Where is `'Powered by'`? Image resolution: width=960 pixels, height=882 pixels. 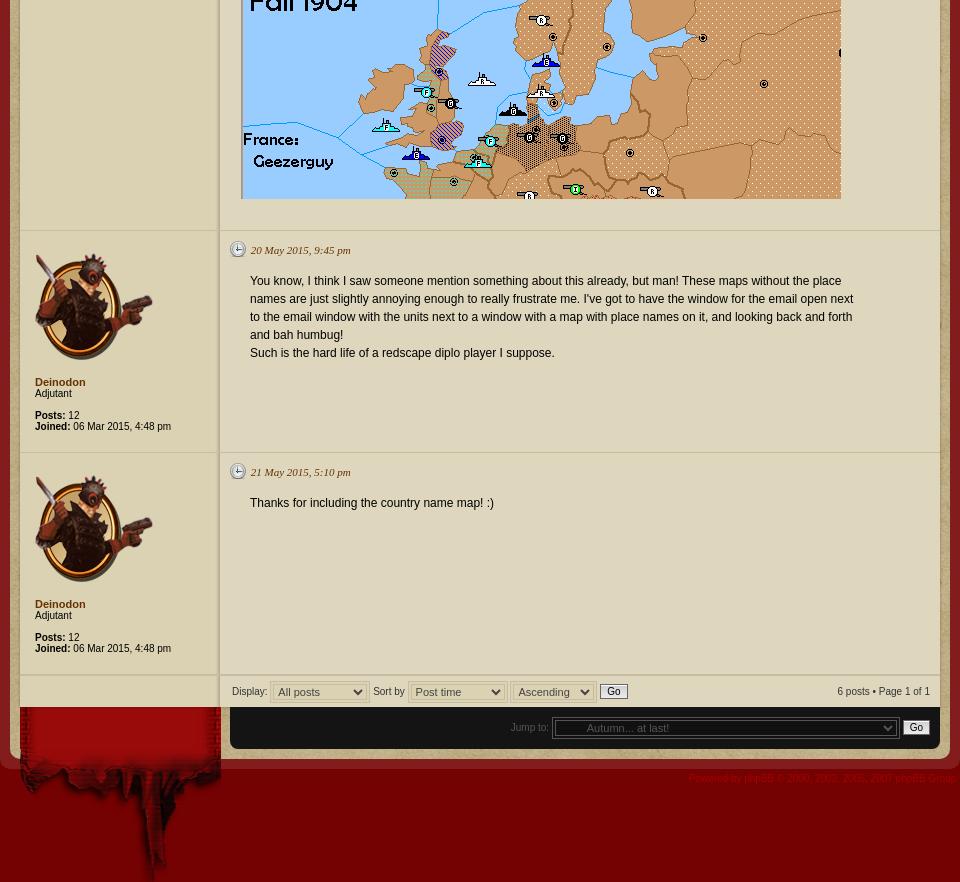
'Powered by' is located at coordinates (715, 777).